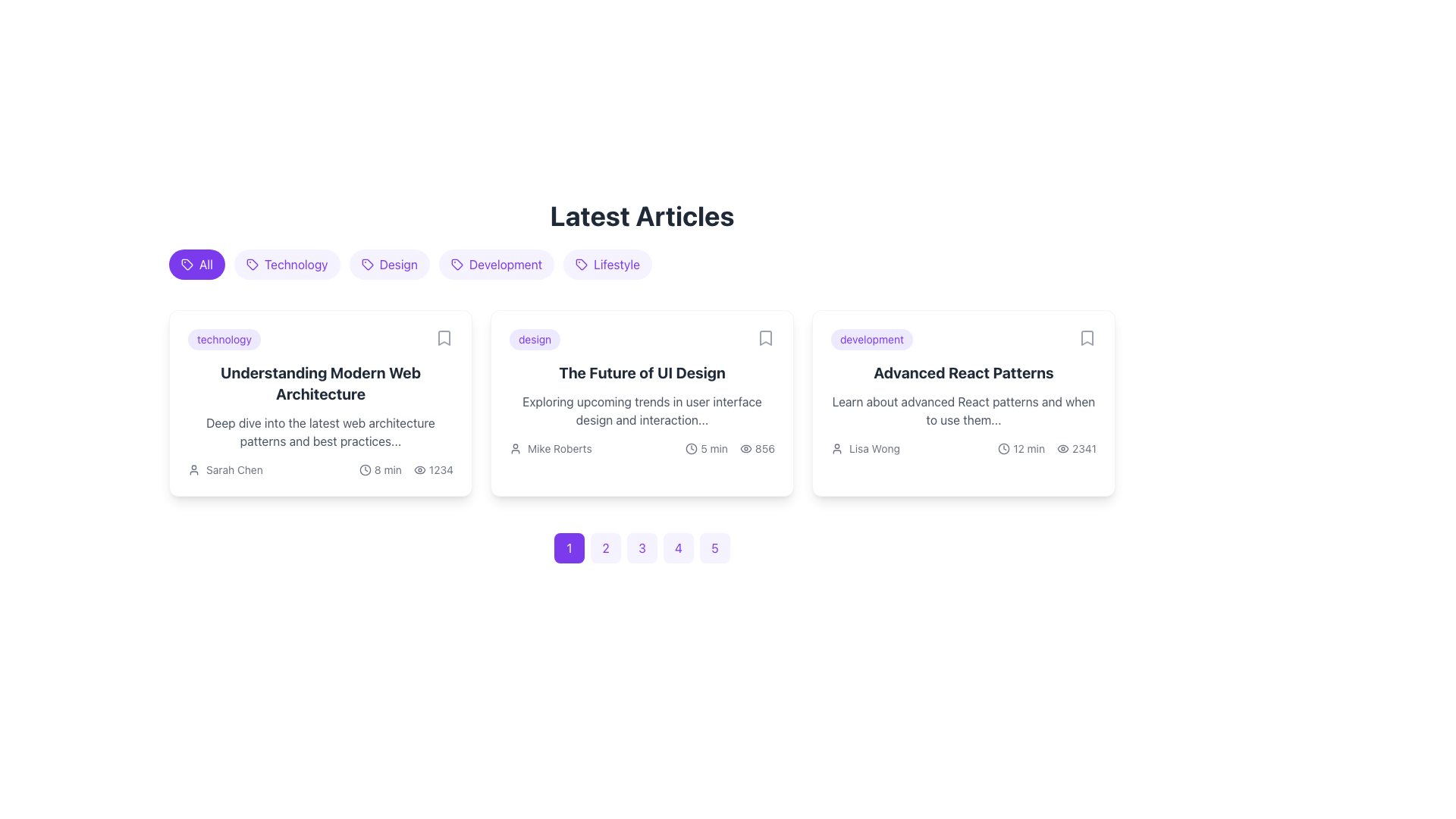 The width and height of the screenshot is (1456, 819). What do you see at coordinates (252, 263) in the screenshot?
I see `the Vector graphical icon representing a tag, located inside the 'All' tag button in the category filter section near the top of the interface` at bounding box center [252, 263].